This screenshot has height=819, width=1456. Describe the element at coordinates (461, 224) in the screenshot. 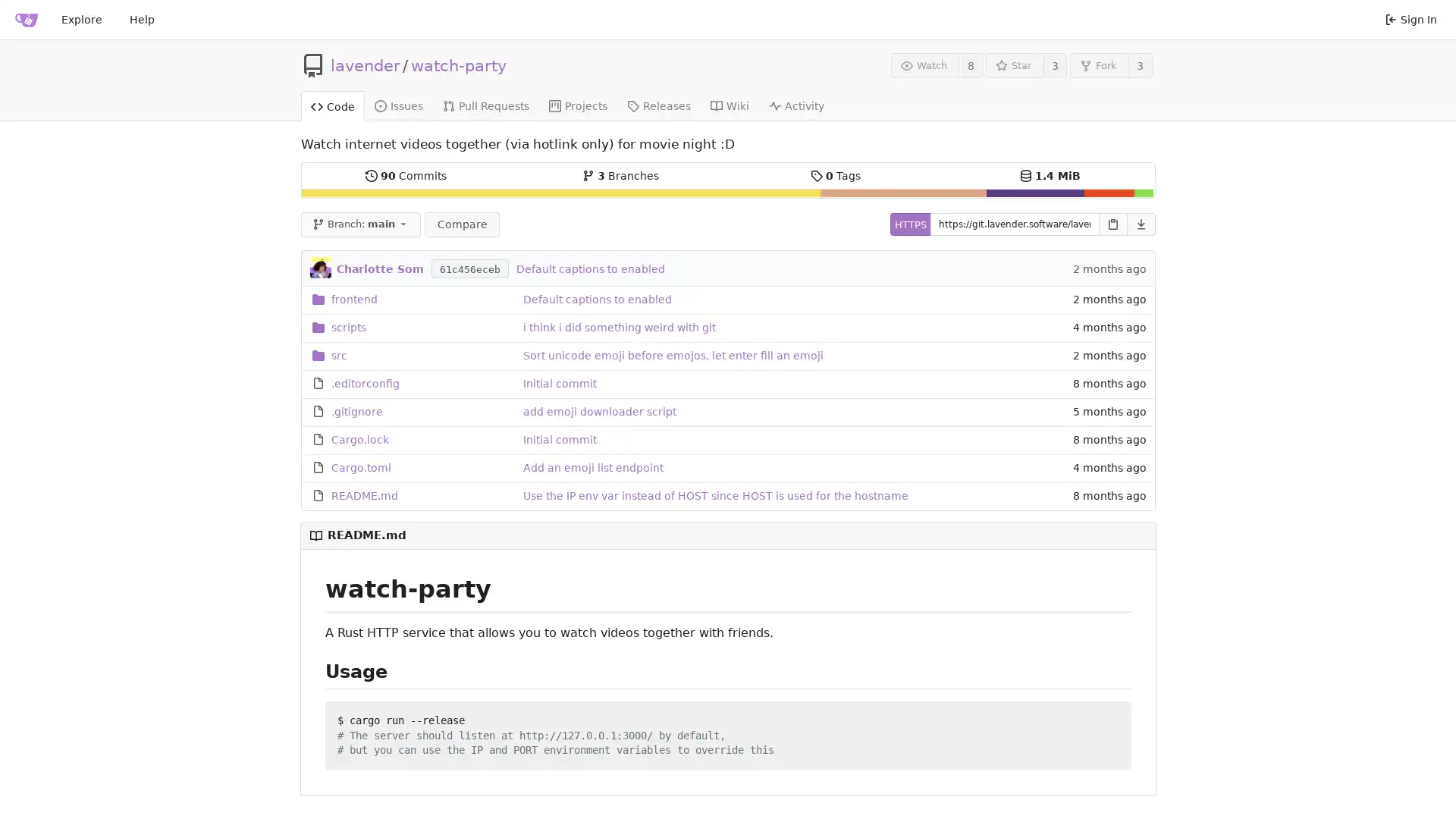

I see `Compare` at that location.